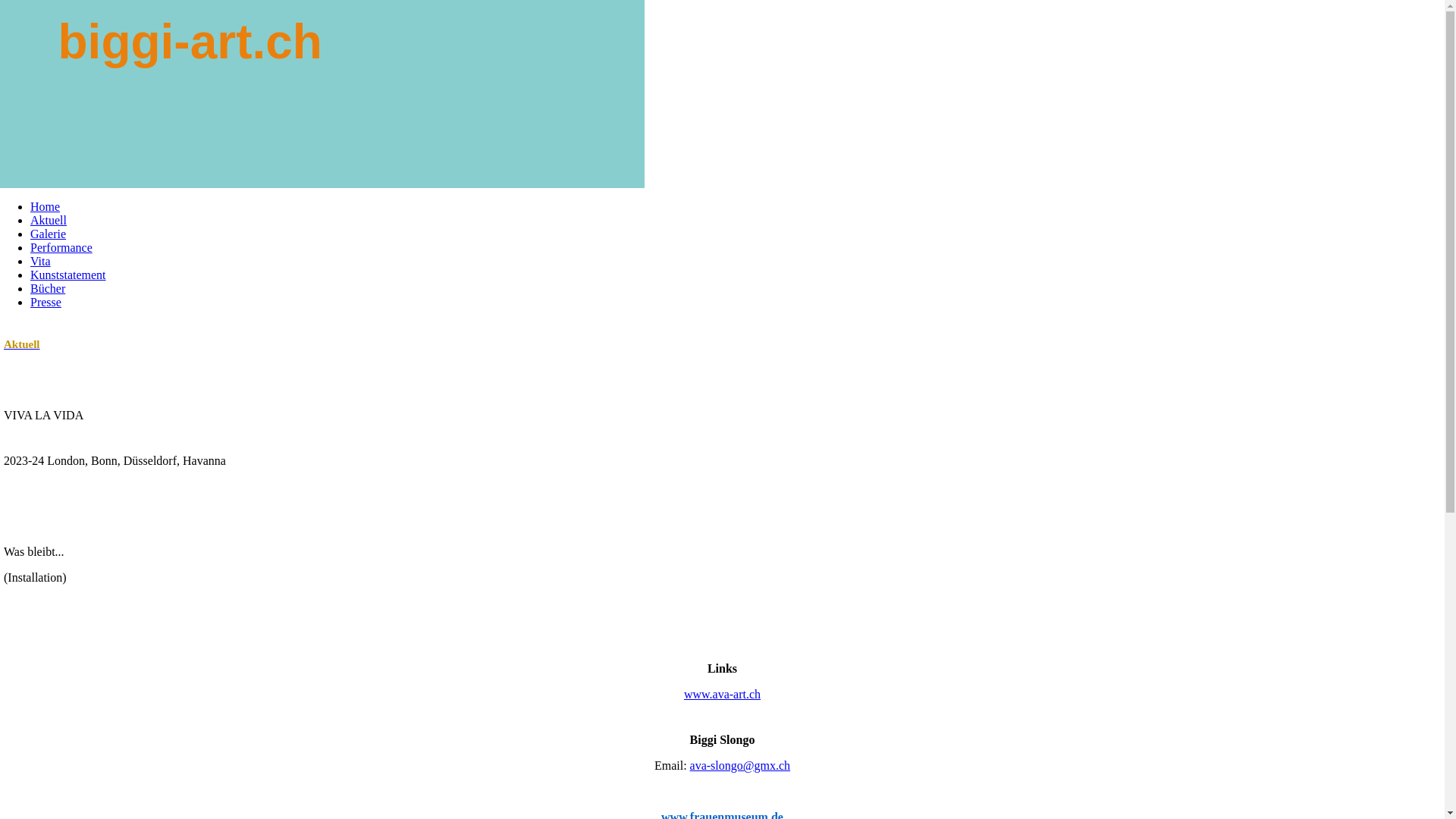 This screenshot has height=819, width=1456. Describe the element at coordinates (3, 344) in the screenshot. I see `'Aktuell'` at that location.